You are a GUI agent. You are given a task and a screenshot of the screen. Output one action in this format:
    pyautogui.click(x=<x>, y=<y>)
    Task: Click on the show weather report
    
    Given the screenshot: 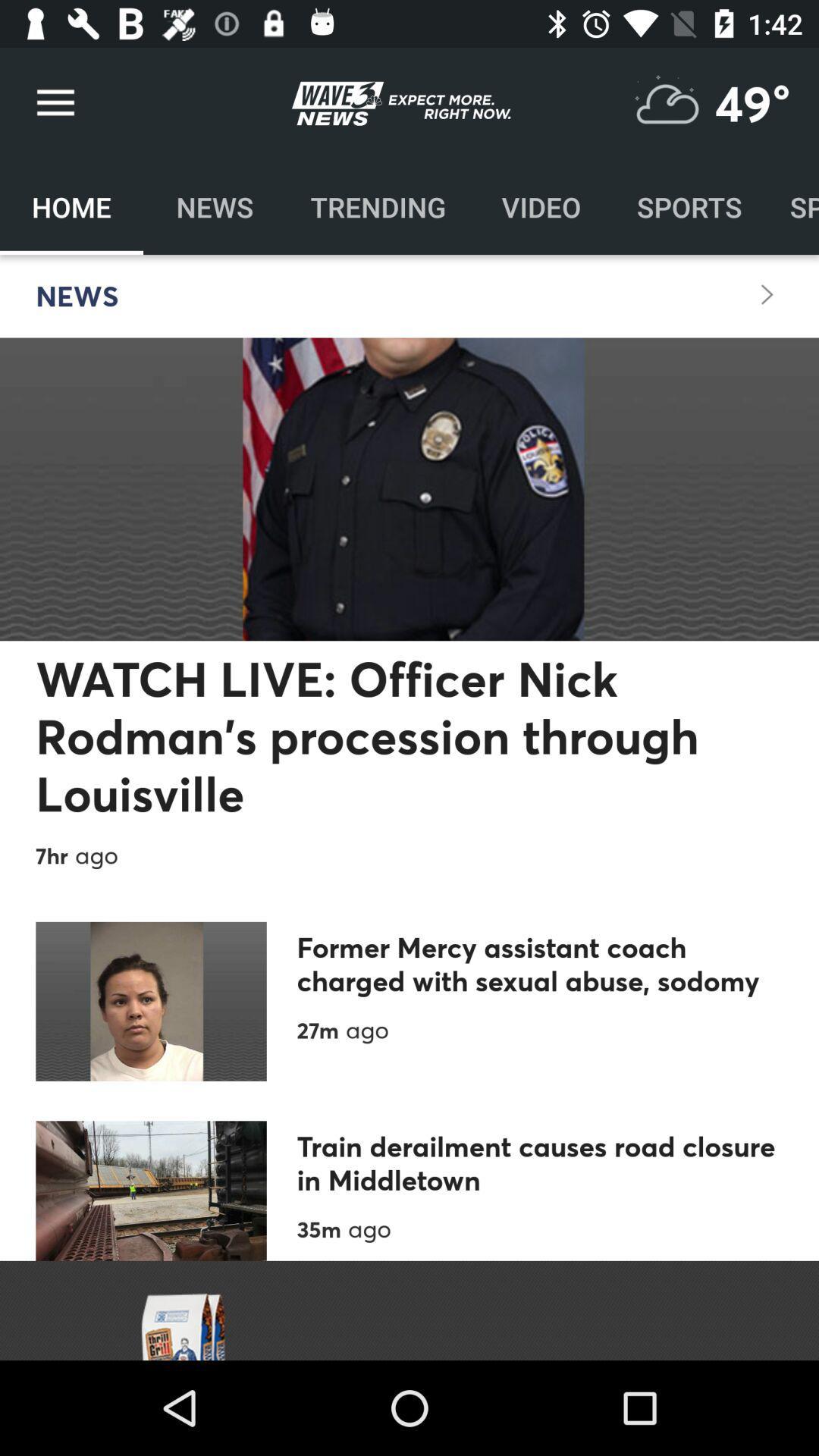 What is the action you would take?
    pyautogui.click(x=666, y=102)
    